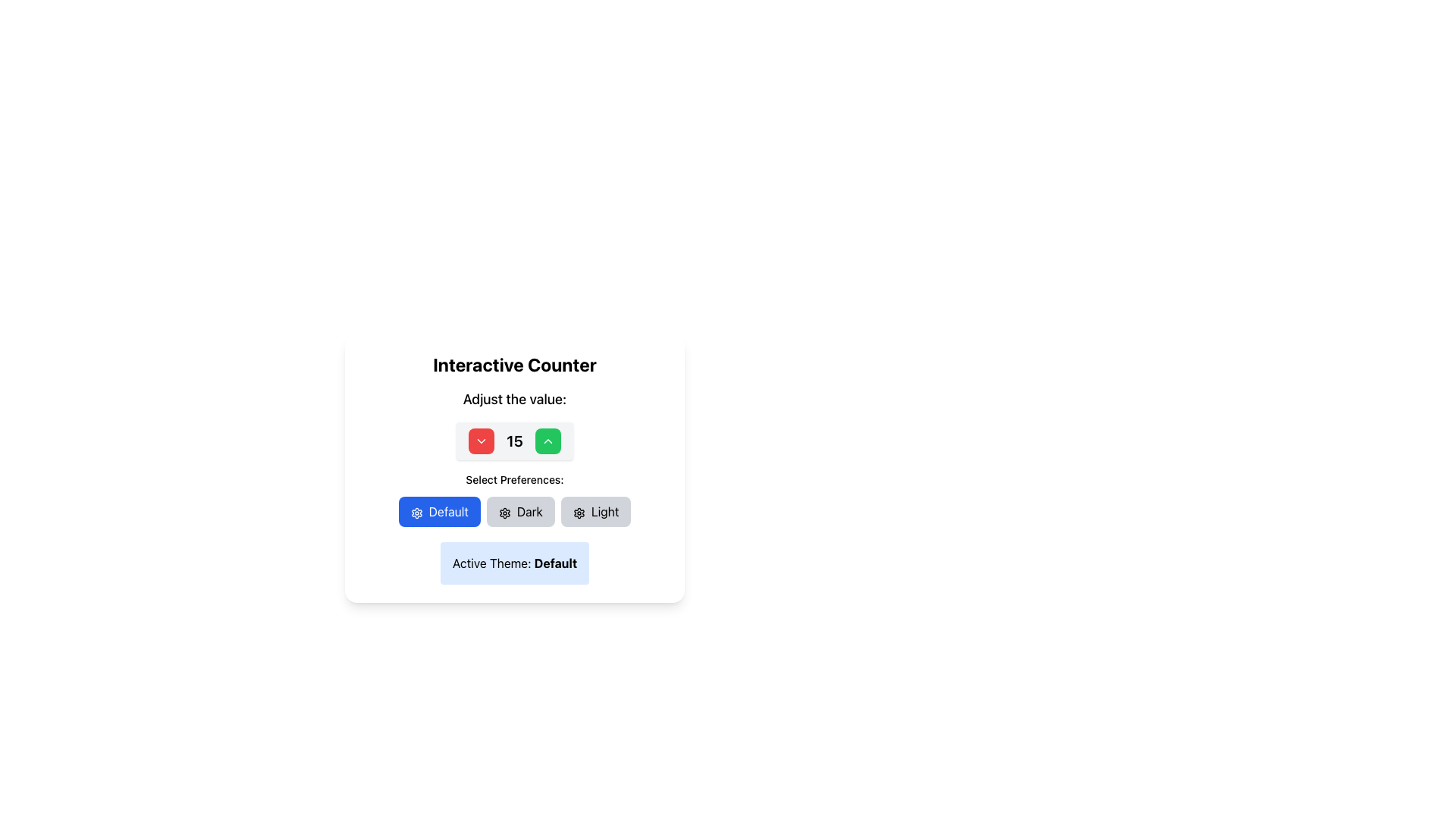  I want to click on the Graphical Icon that indicates the settings functionality, located under the 'Select Preferences' section between the 'Default' and 'Dark' buttons, so click(416, 512).